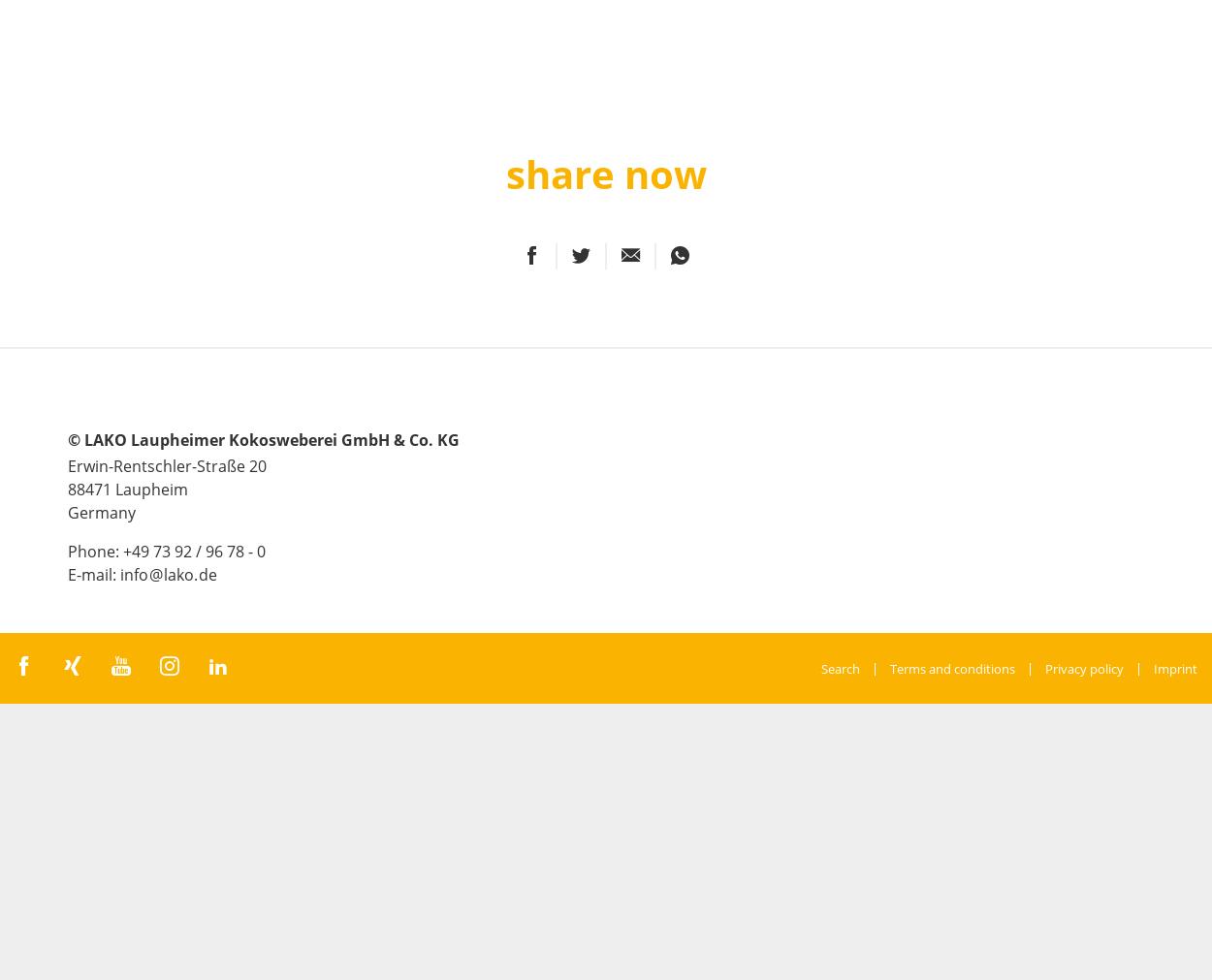  I want to click on 'de', so click(207, 574).